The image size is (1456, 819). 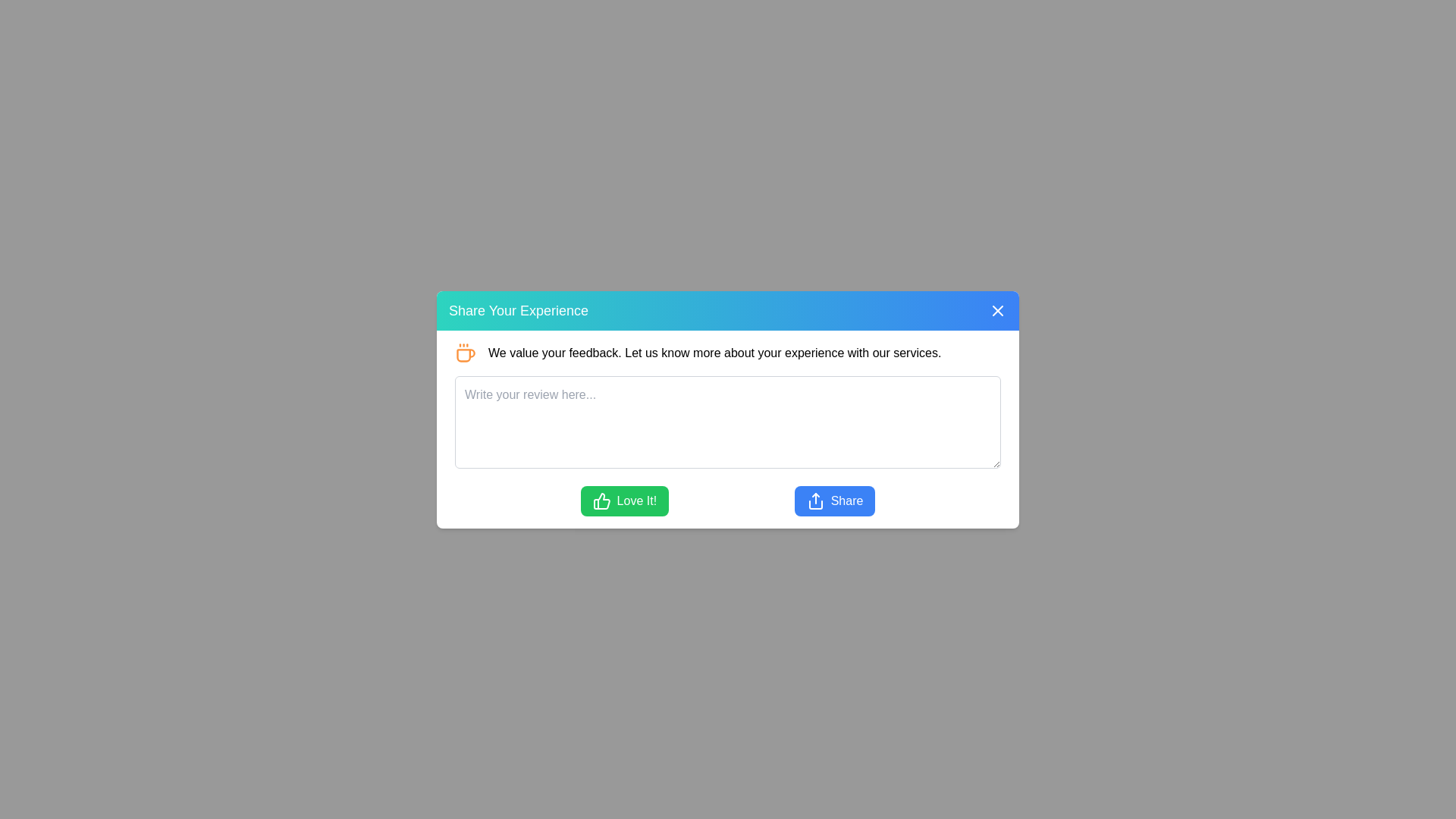 I want to click on the 'Love It!' button which features a thumbs-up SVG icon, so click(x=601, y=500).